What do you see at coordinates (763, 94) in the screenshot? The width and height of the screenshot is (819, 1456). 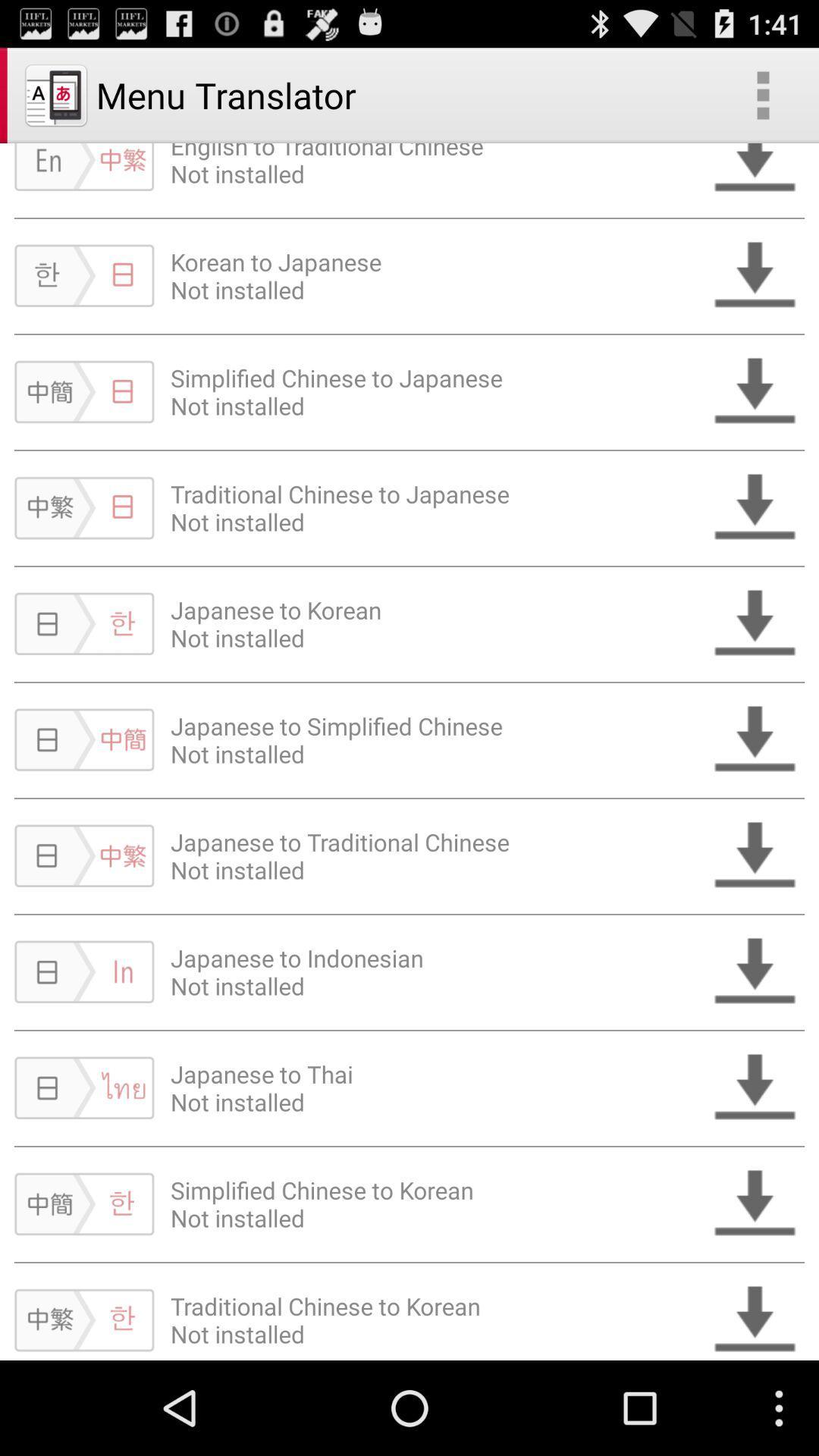 I see `the item next to the english to traditional app` at bounding box center [763, 94].